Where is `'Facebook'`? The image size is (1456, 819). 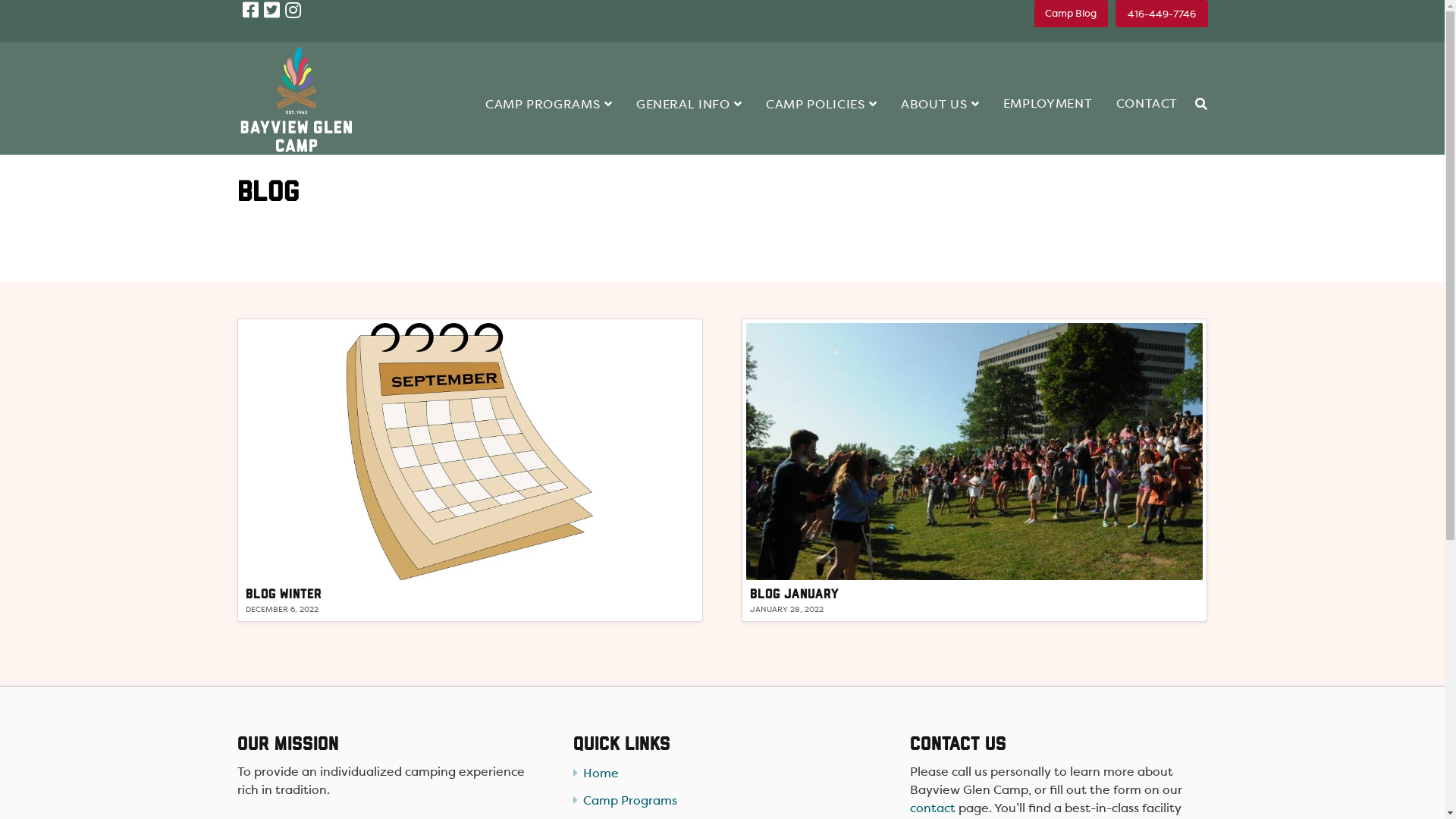
'Facebook' is located at coordinates (243, 9).